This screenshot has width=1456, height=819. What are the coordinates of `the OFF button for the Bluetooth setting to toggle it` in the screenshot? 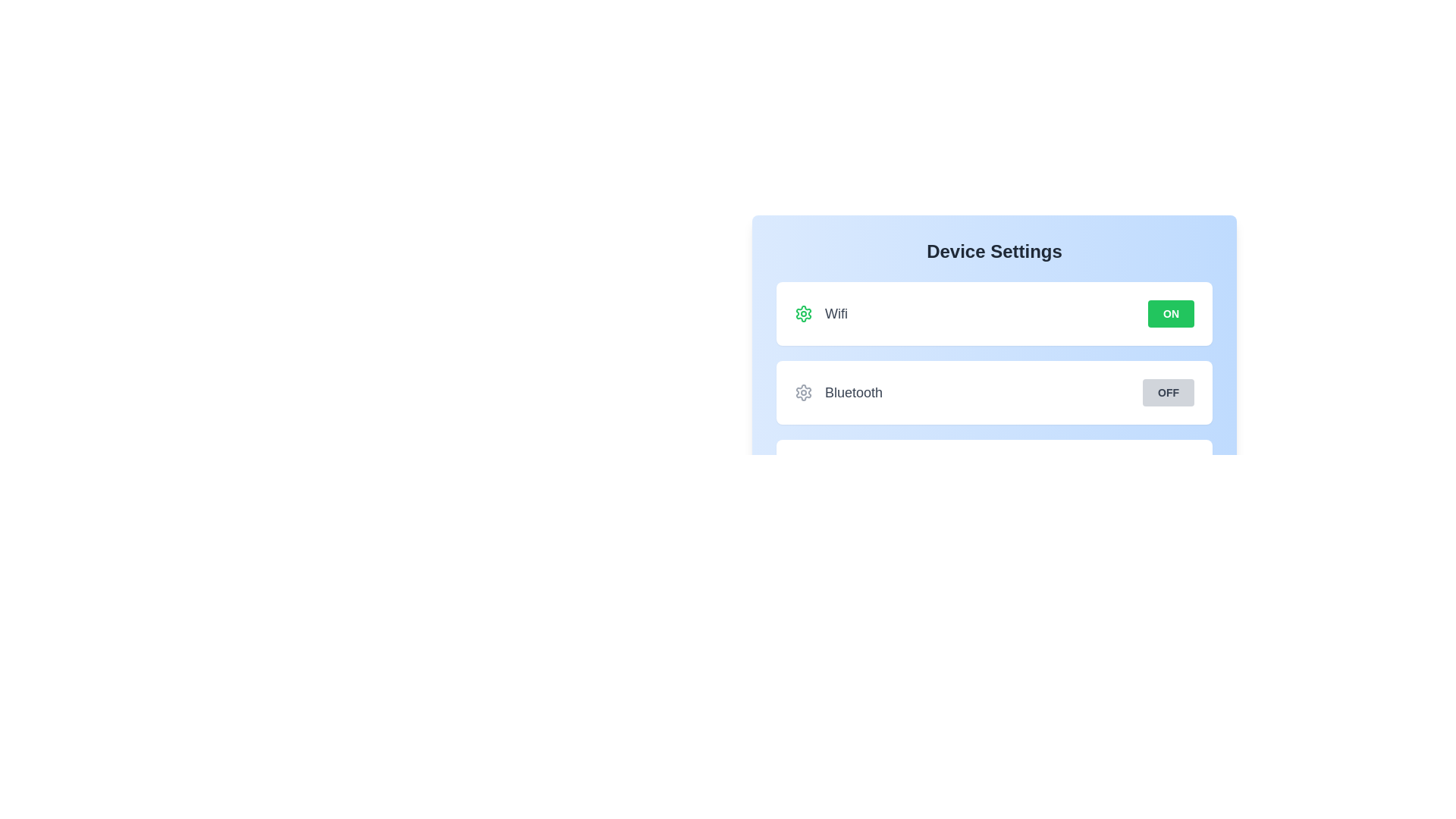 It's located at (1167, 391).